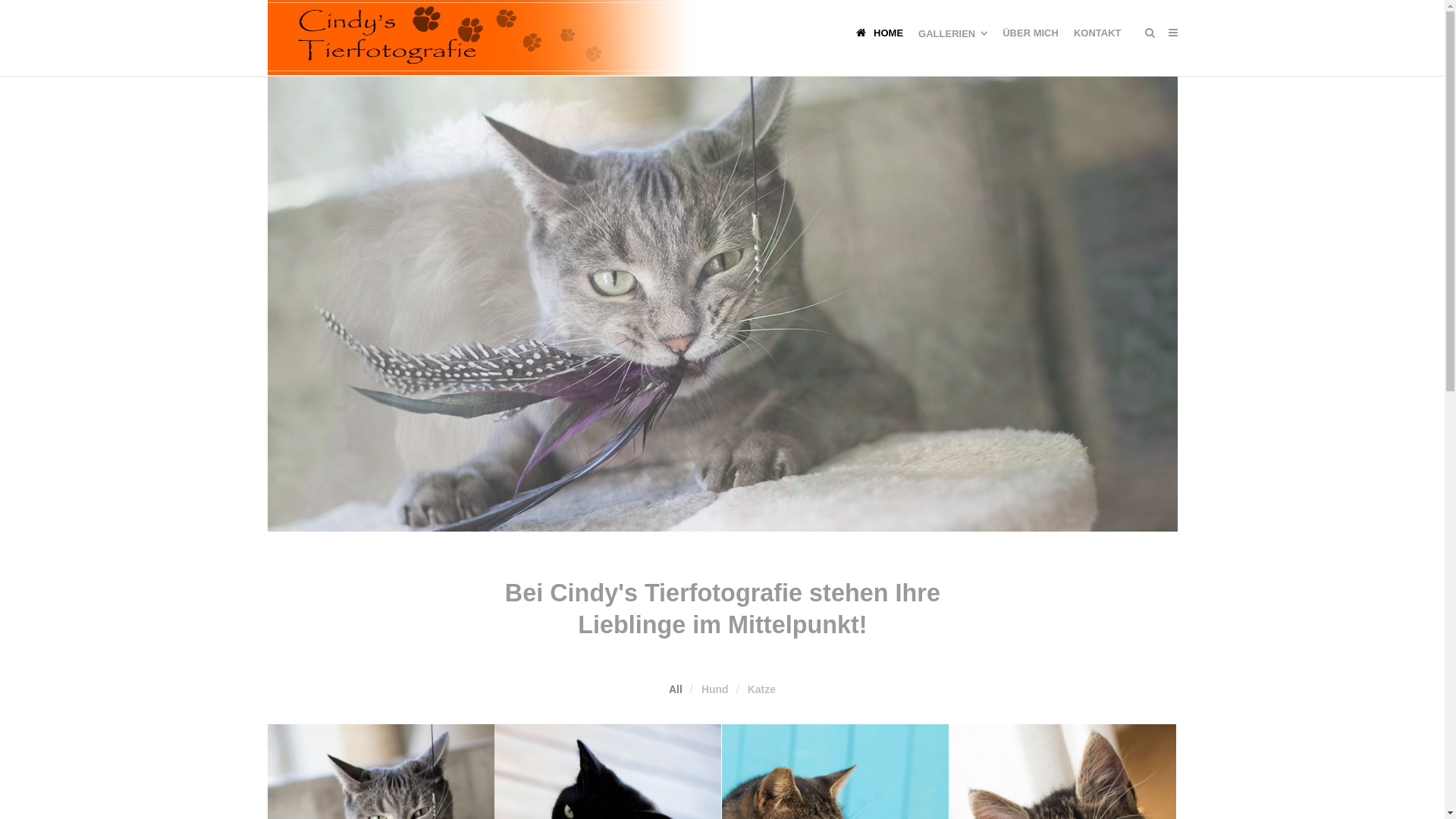 The width and height of the screenshot is (1456, 819). I want to click on 'All', so click(675, 689).